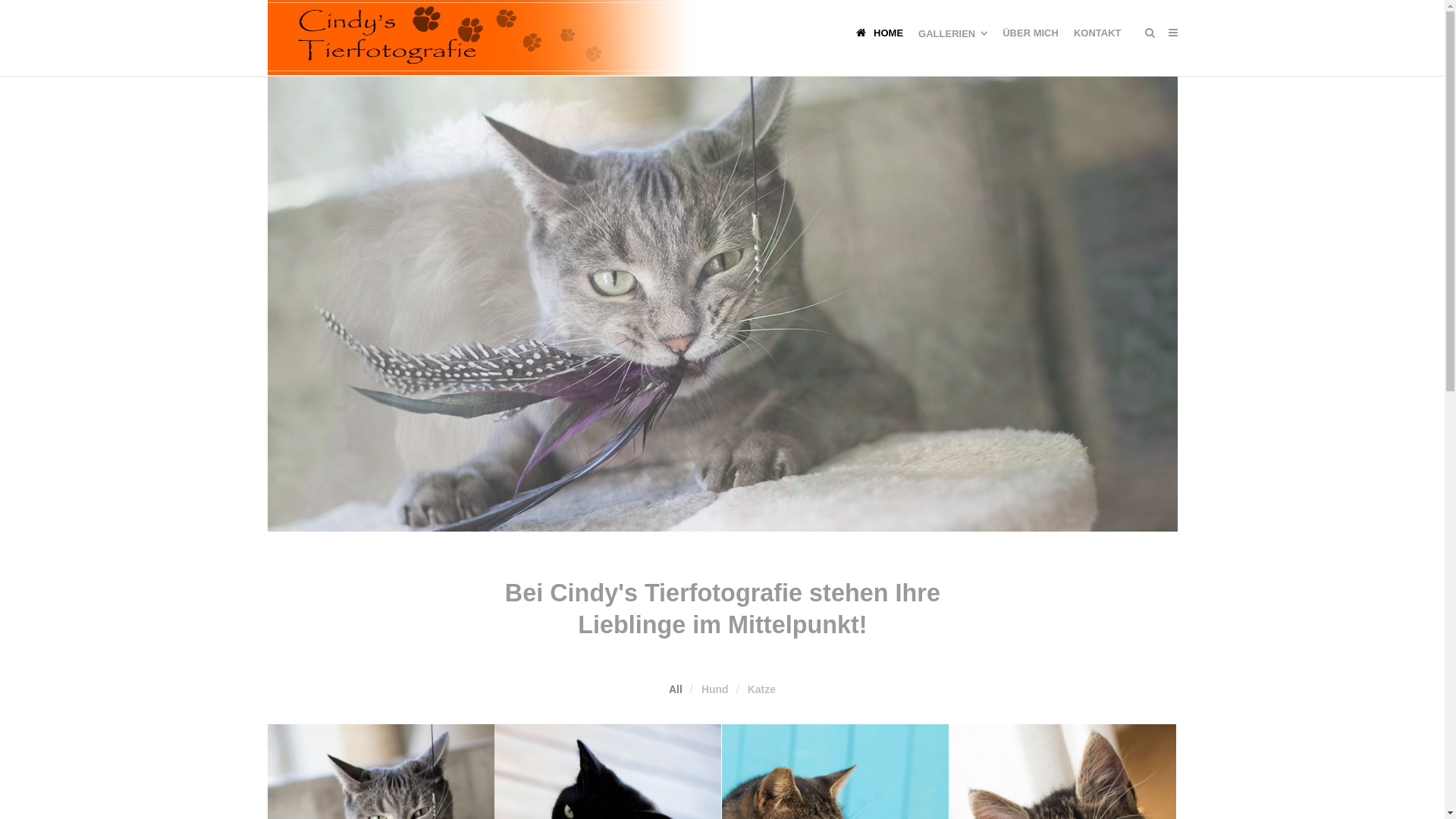 The width and height of the screenshot is (1456, 819). I want to click on 'All', so click(675, 689).